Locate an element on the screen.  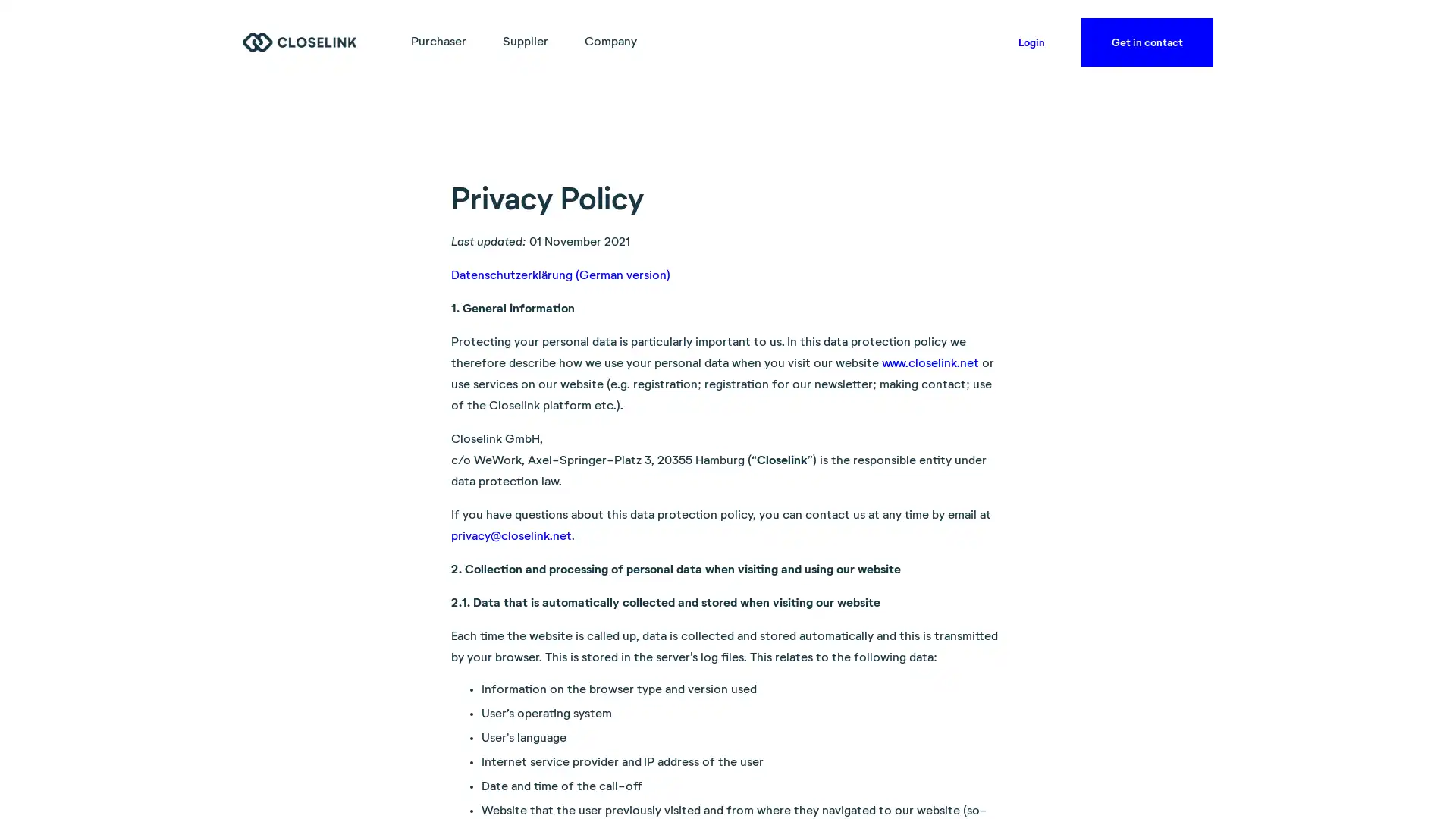
Accept all is located at coordinates (827, 529).